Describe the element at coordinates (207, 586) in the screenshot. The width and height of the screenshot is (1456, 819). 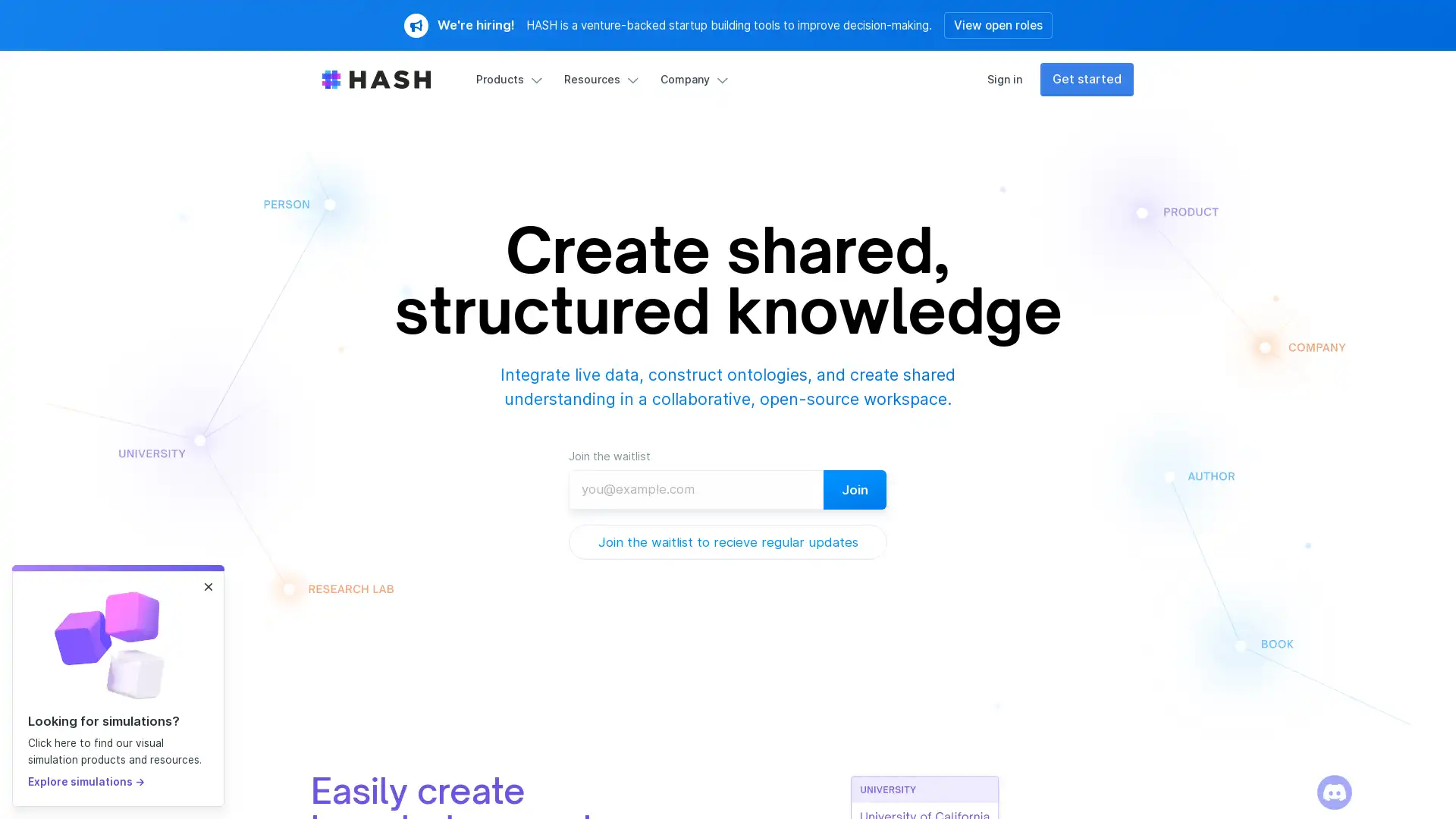
I see `Close` at that location.